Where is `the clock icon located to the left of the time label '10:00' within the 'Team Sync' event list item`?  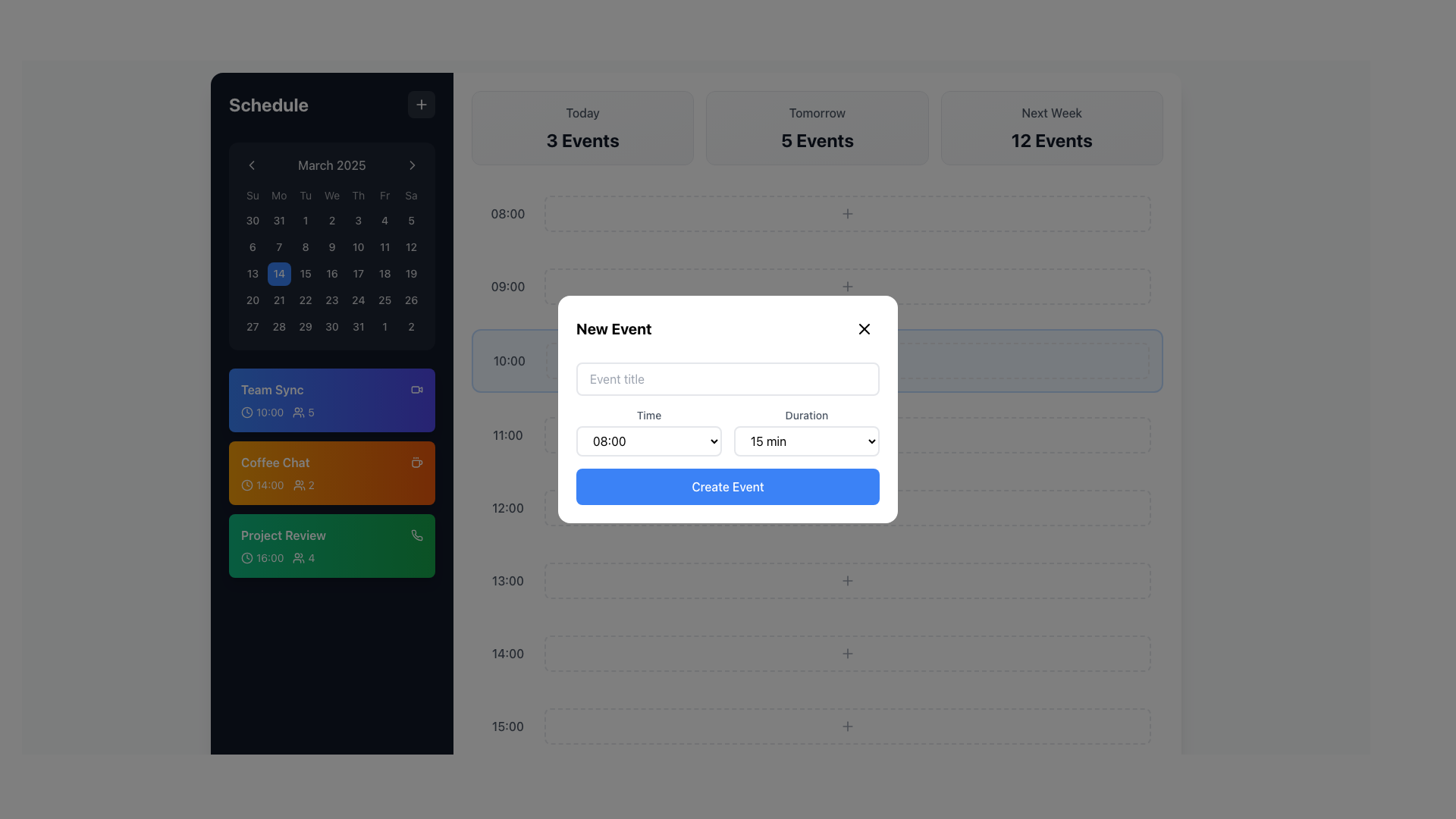
the clock icon located to the left of the time label '10:00' within the 'Team Sync' event list item is located at coordinates (247, 412).